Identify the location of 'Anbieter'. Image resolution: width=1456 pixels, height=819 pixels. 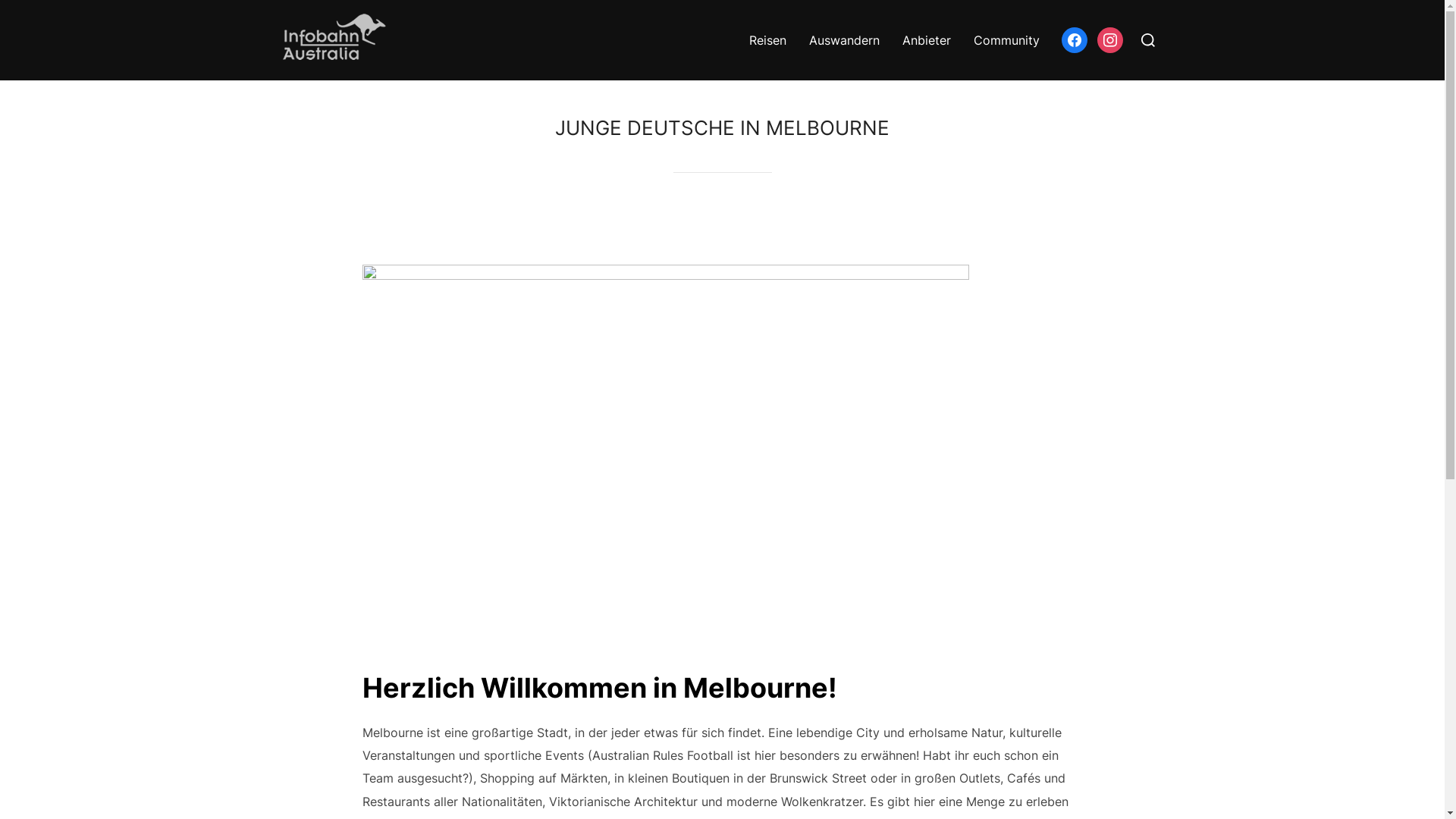
(926, 39).